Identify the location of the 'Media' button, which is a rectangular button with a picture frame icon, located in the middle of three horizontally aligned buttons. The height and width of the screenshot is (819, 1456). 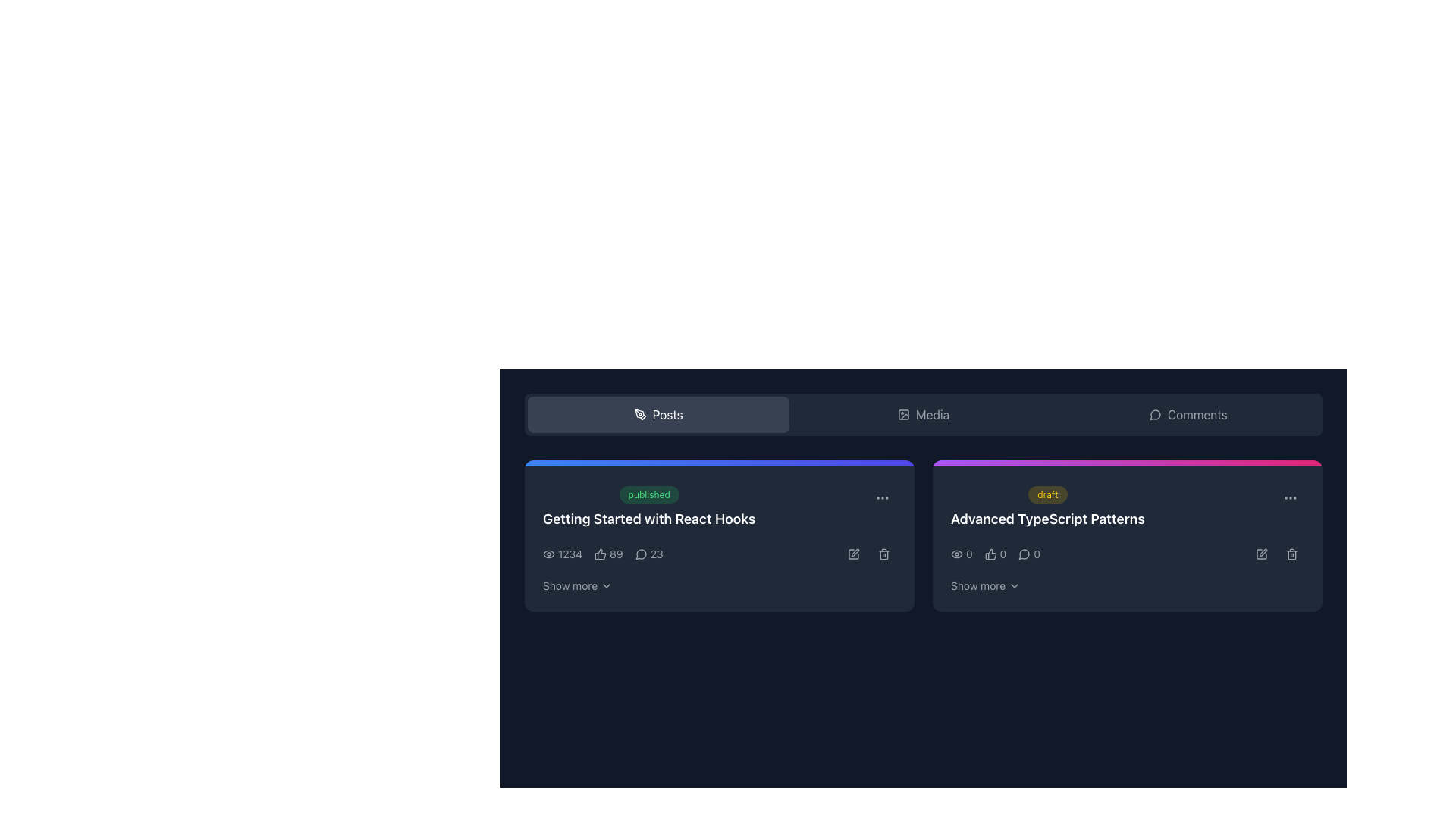
(923, 415).